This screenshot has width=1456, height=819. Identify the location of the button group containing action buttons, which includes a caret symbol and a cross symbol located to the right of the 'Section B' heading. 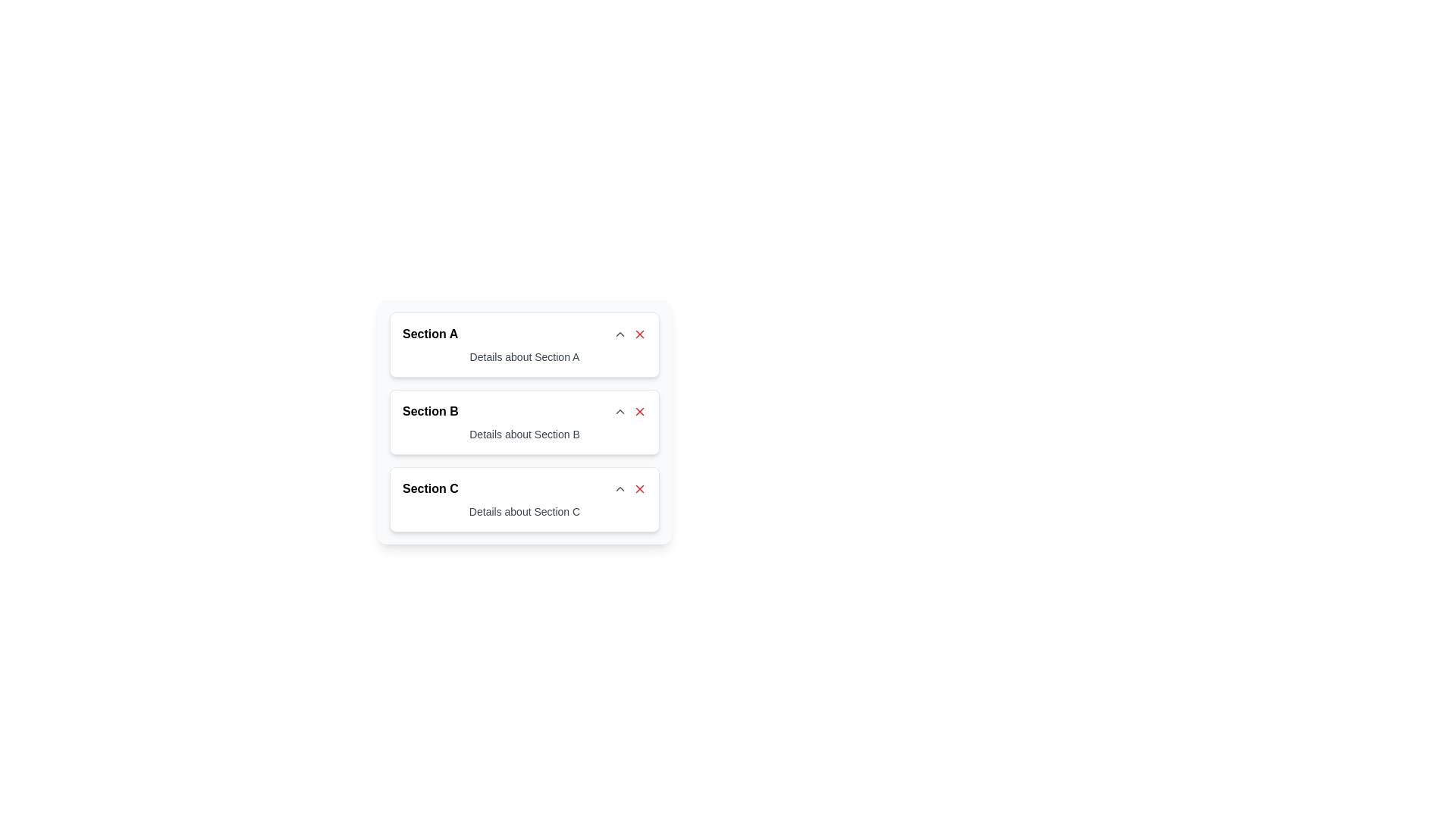
(629, 412).